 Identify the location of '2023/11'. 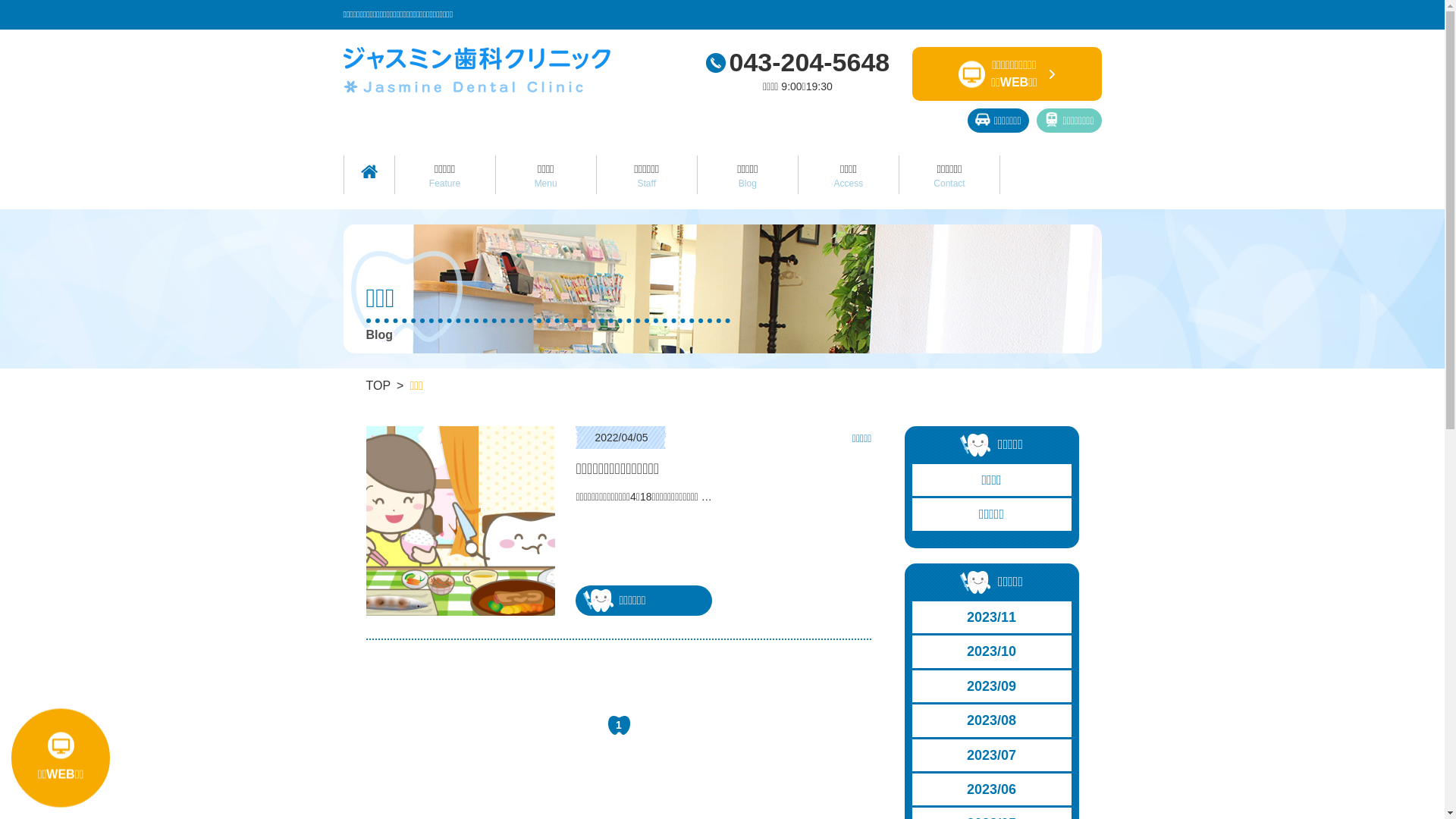
(992, 617).